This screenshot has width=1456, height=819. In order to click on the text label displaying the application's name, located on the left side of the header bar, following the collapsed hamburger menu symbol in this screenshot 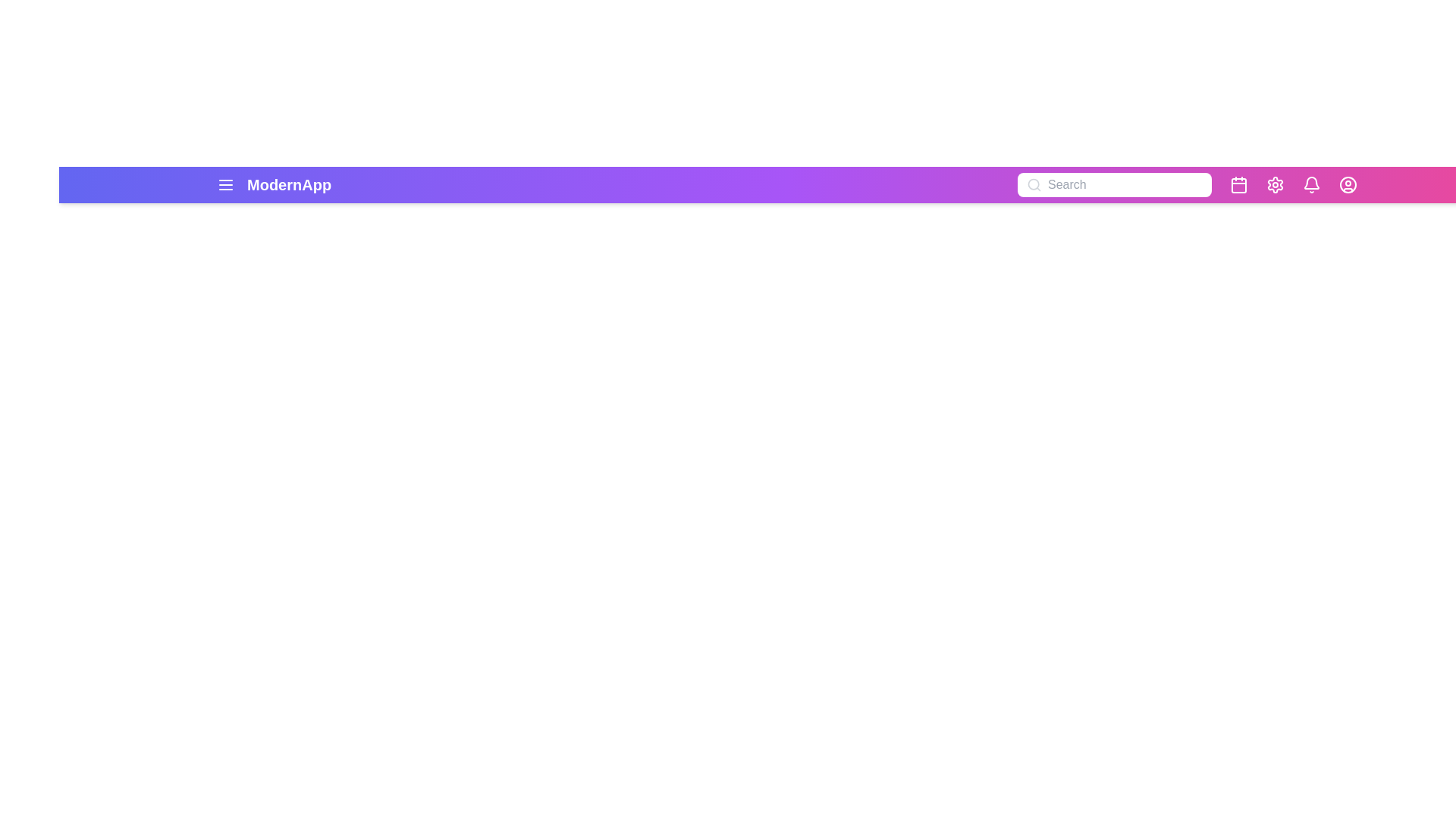, I will do `click(289, 184)`.